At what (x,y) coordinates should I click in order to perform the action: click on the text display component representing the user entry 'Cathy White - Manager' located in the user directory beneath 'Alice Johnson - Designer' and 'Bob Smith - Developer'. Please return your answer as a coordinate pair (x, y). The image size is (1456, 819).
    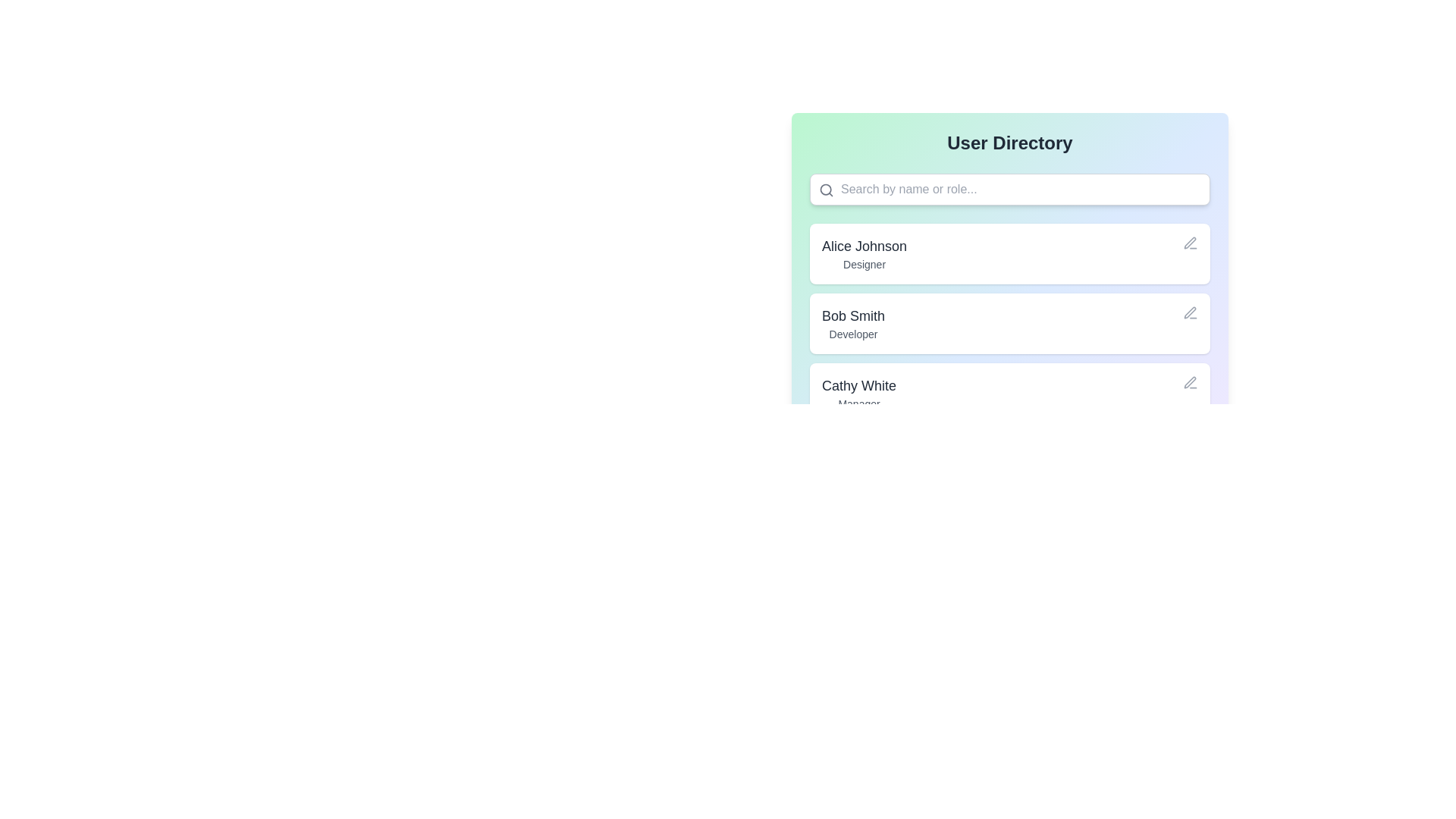
    Looking at the image, I should click on (858, 393).